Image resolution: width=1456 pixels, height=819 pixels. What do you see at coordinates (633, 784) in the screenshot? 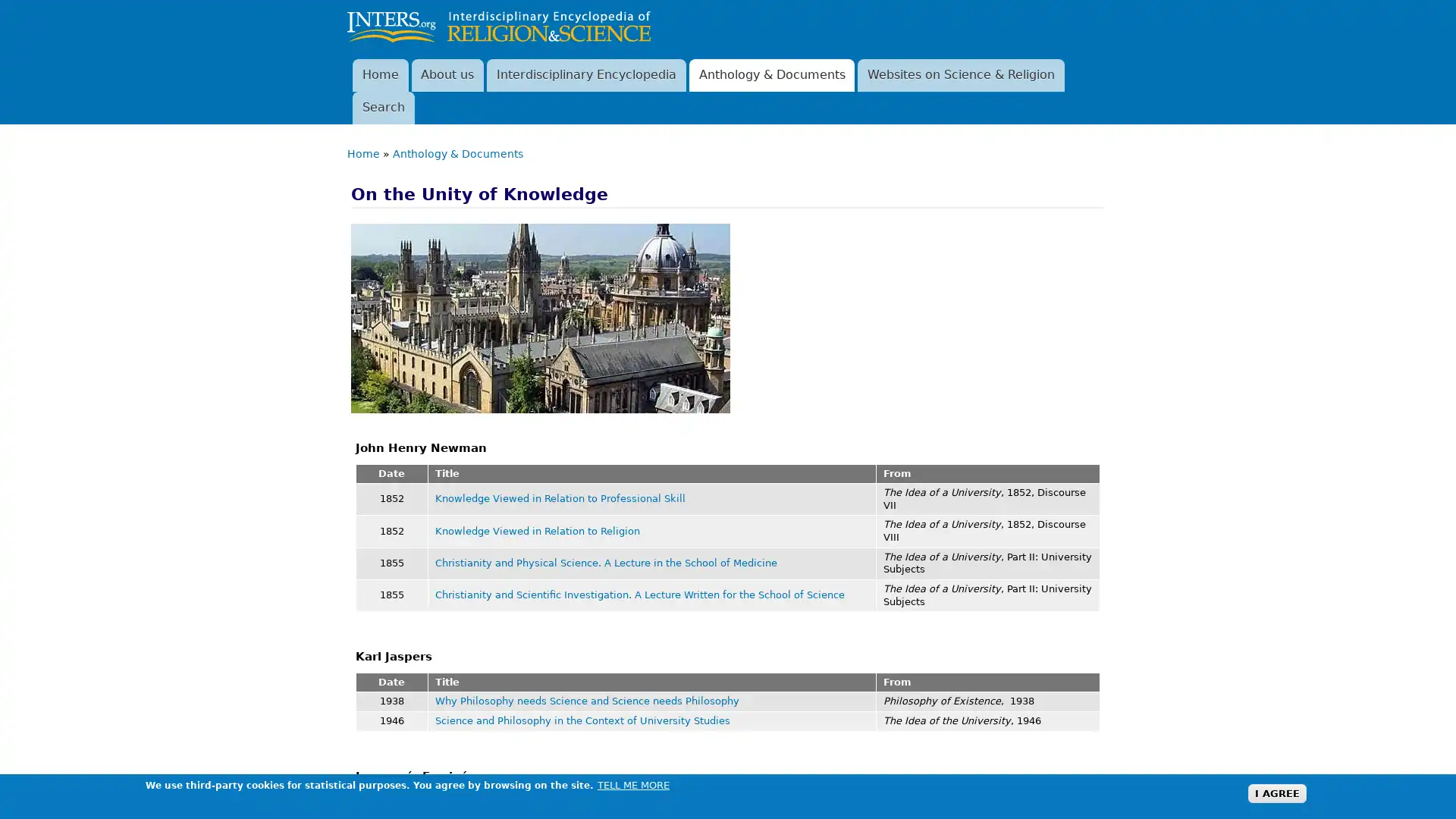
I see `TELL ME MORE` at bounding box center [633, 784].